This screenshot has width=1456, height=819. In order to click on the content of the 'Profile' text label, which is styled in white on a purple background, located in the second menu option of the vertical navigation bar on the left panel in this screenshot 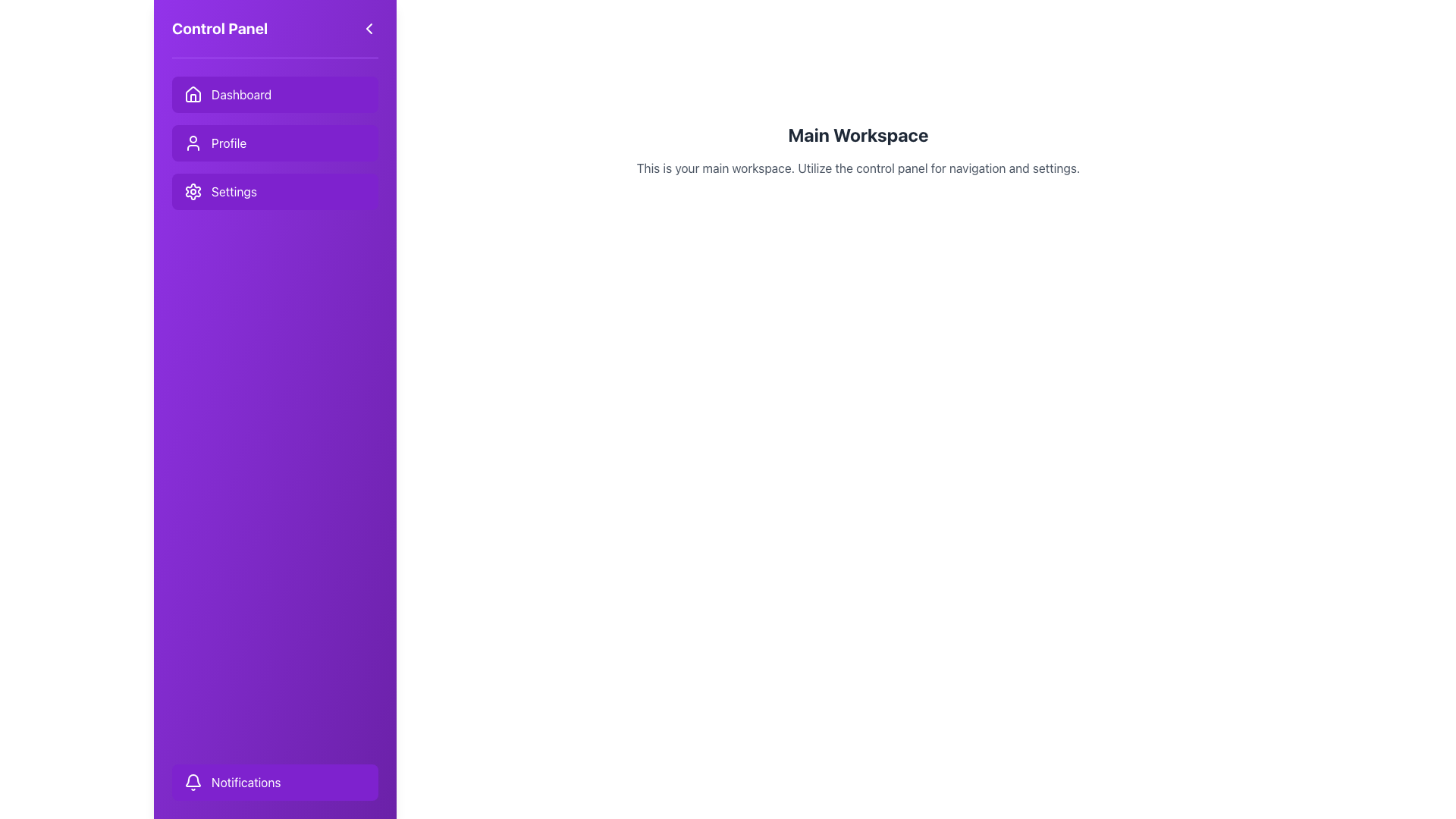, I will do `click(228, 143)`.